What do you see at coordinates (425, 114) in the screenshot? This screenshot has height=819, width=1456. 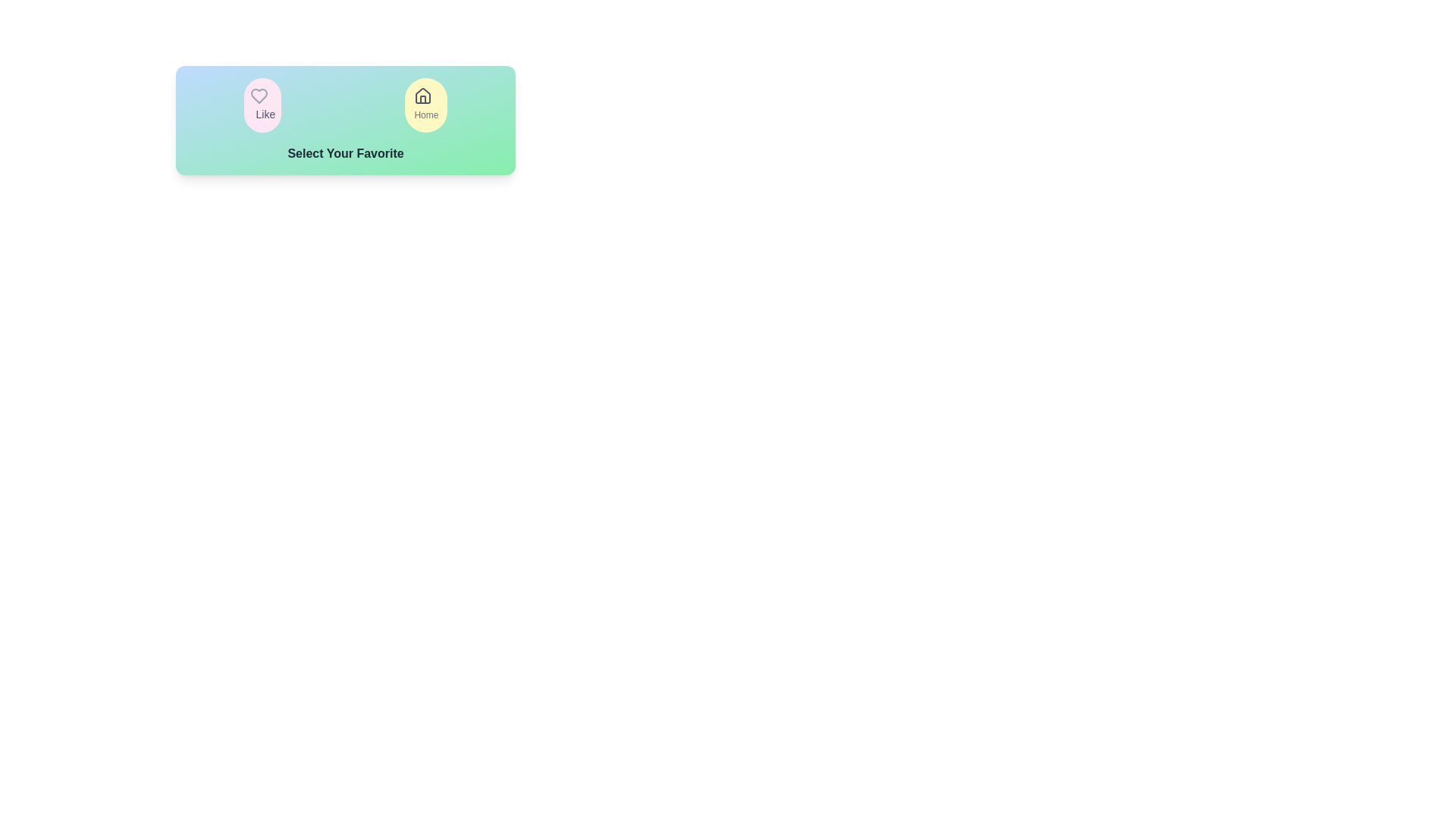 I see `the 'Home' text label, which is a small light gray label positioned below a house icon on the right side of the interface` at bounding box center [425, 114].